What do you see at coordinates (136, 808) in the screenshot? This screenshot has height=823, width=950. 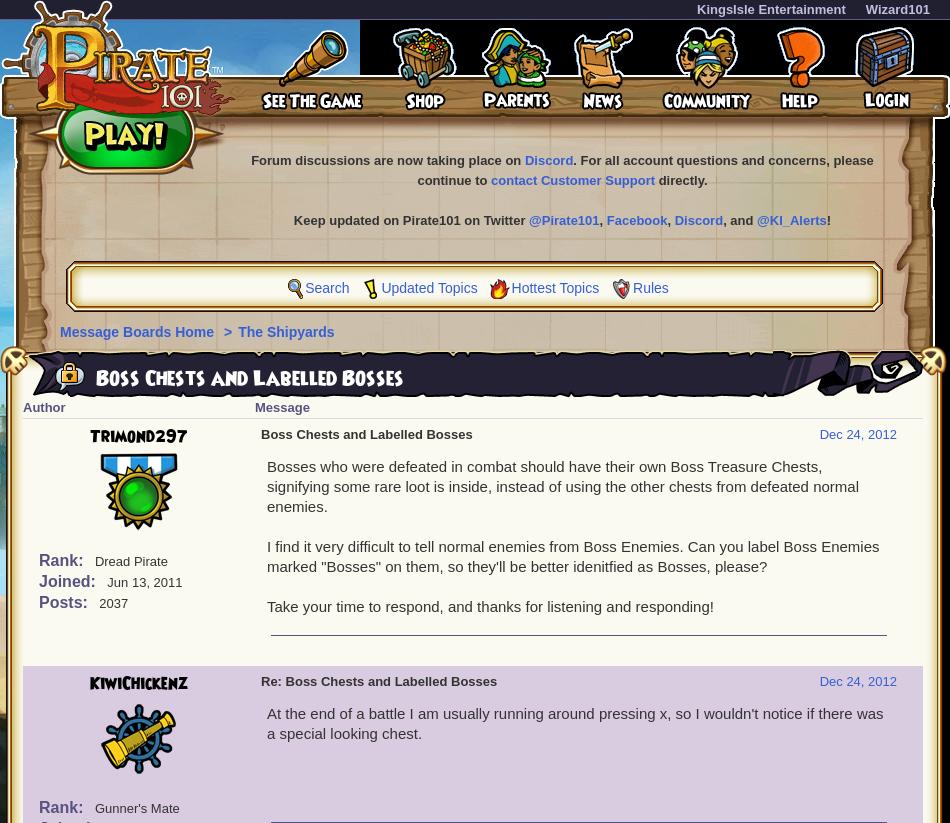 I see `'Gunner's Mate'` at bounding box center [136, 808].